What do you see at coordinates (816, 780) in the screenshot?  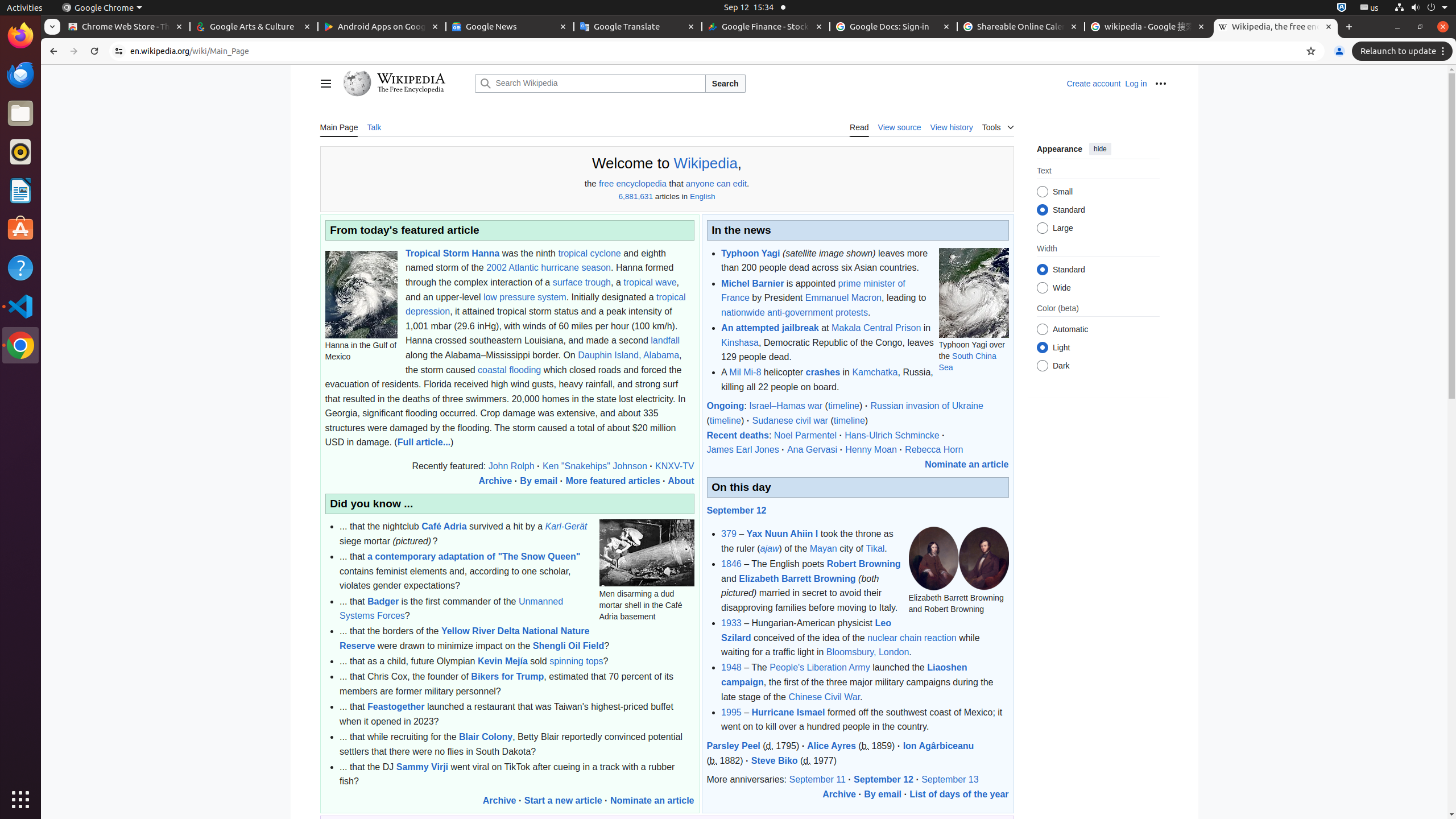 I see `'September 11'` at bounding box center [816, 780].